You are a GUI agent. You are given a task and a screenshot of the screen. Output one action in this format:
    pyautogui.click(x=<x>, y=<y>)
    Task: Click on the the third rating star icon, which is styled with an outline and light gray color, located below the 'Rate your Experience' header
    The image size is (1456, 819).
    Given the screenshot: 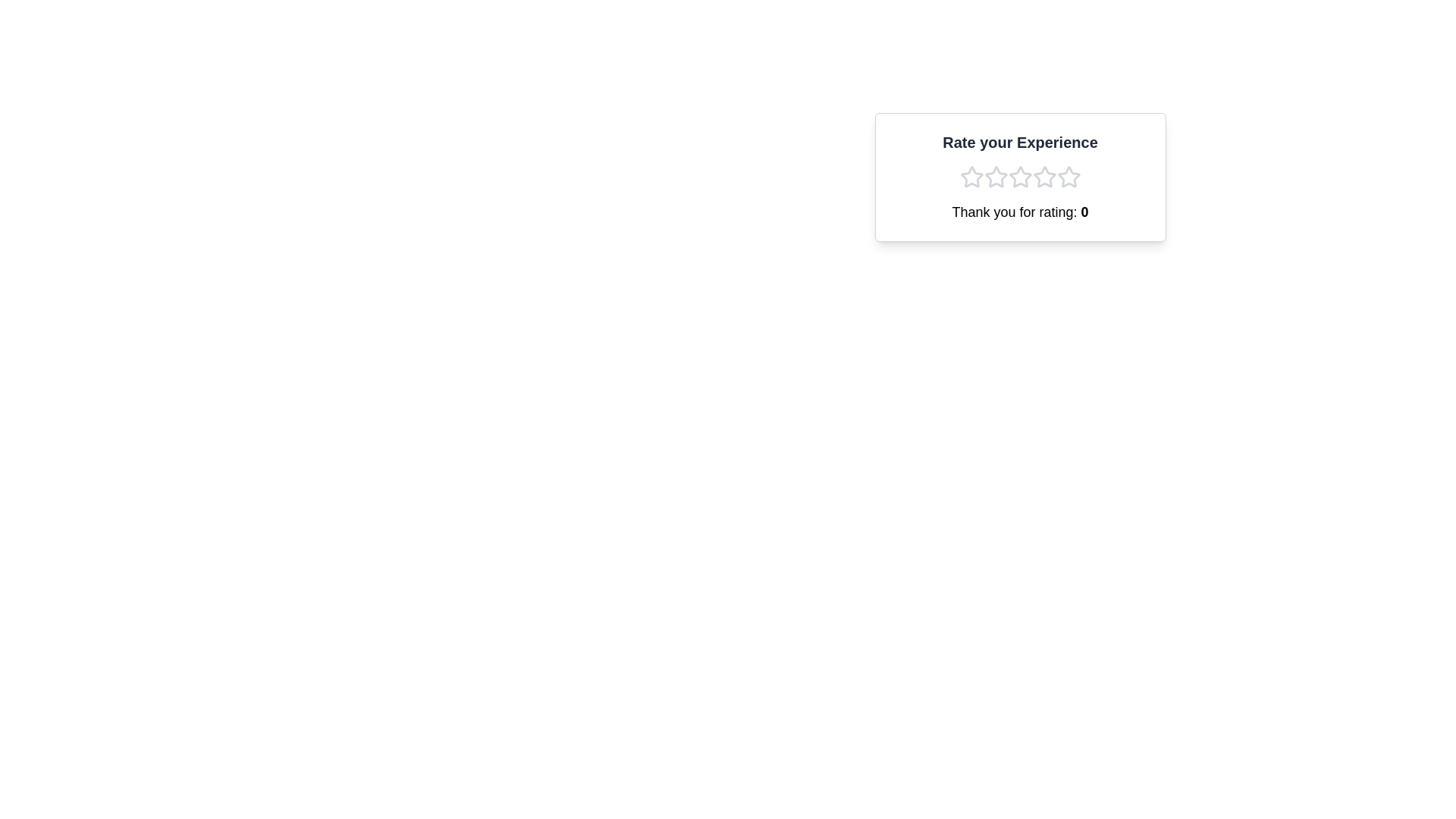 What is the action you would take?
    pyautogui.click(x=1020, y=177)
    